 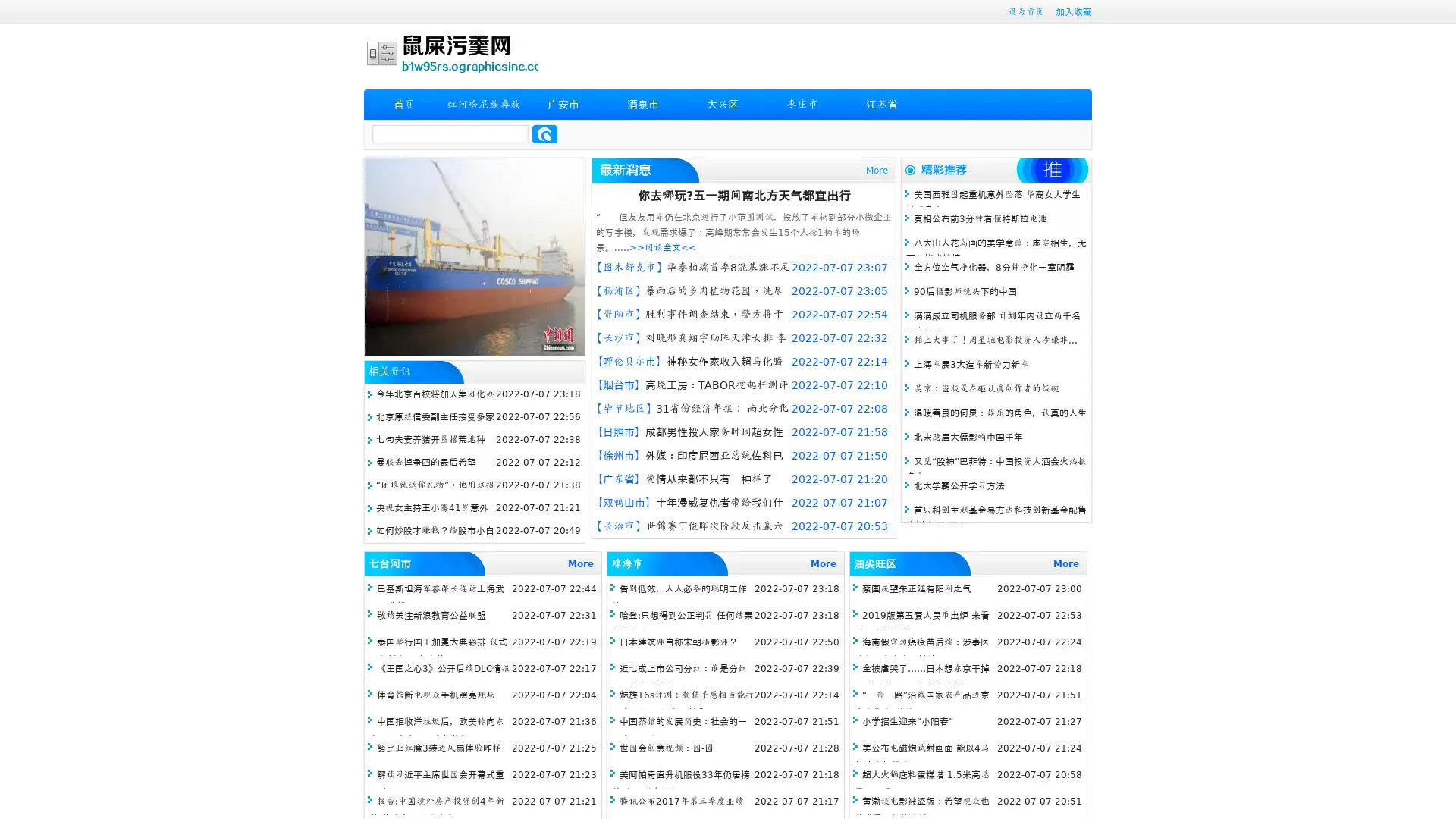 I want to click on Search, so click(x=544, y=133).